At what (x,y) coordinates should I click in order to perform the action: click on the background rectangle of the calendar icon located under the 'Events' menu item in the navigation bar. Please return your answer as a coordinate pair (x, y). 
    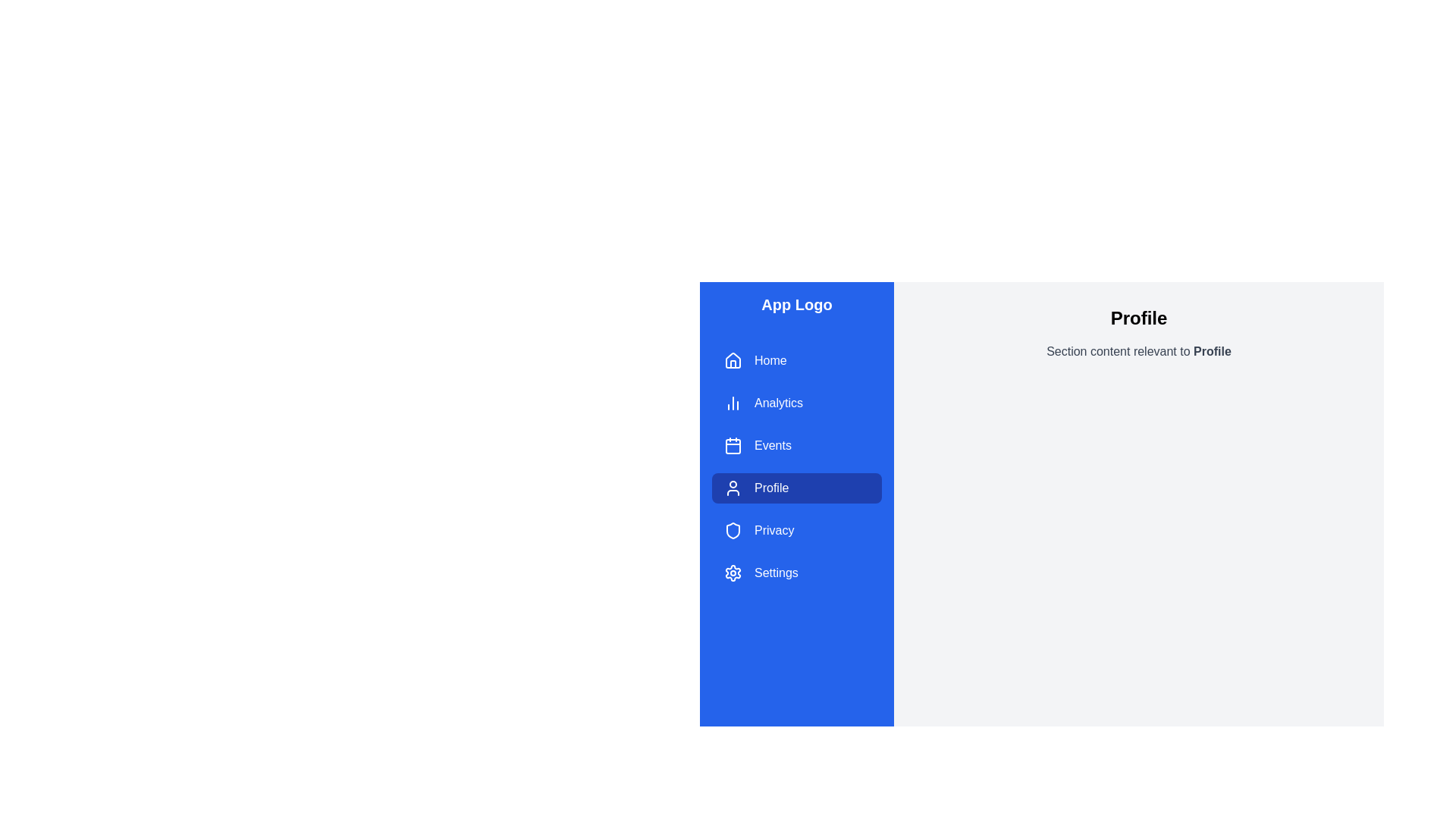
    Looking at the image, I should click on (733, 446).